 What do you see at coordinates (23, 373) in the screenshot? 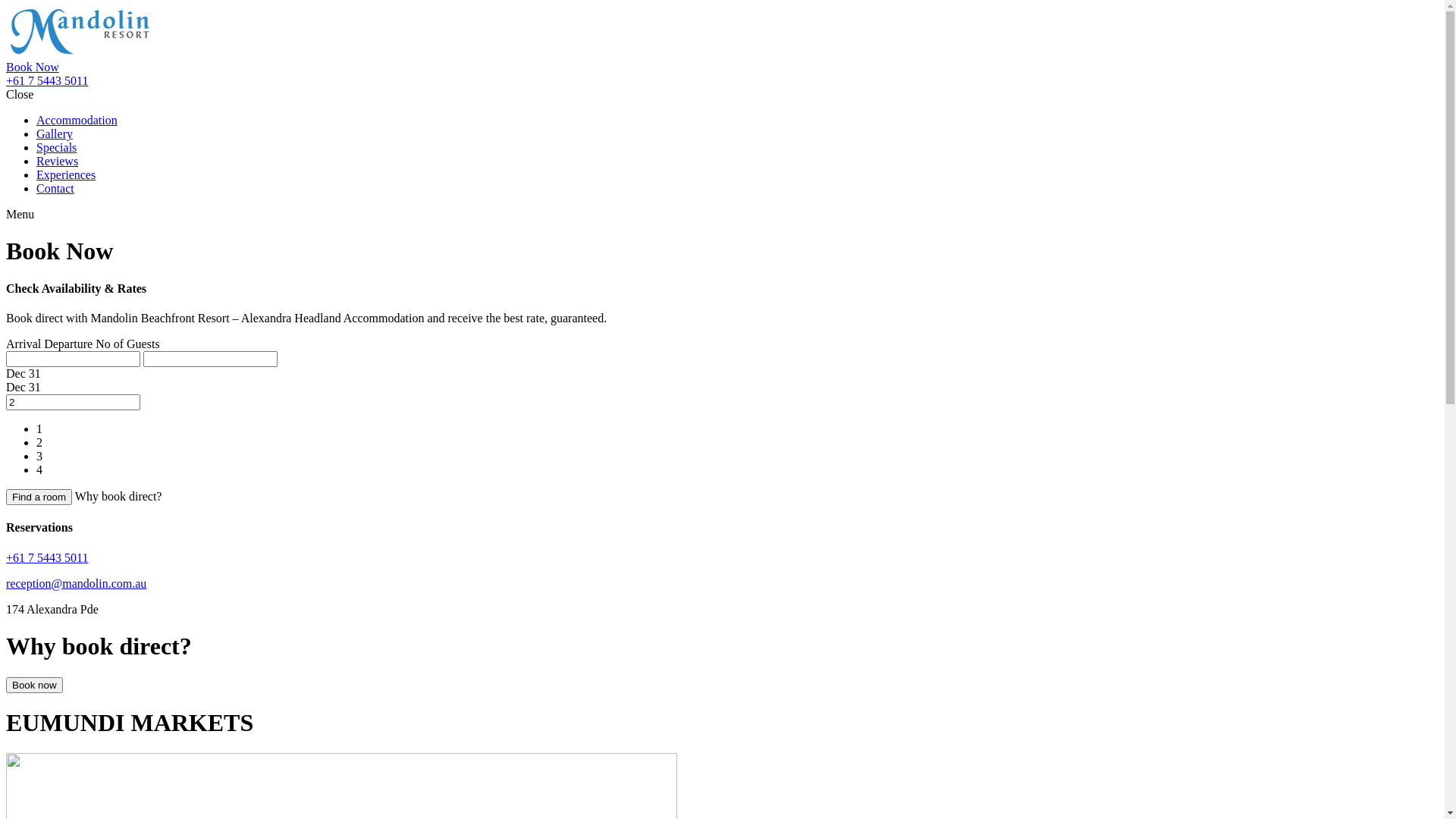
I see `'Dec 31'` at bounding box center [23, 373].